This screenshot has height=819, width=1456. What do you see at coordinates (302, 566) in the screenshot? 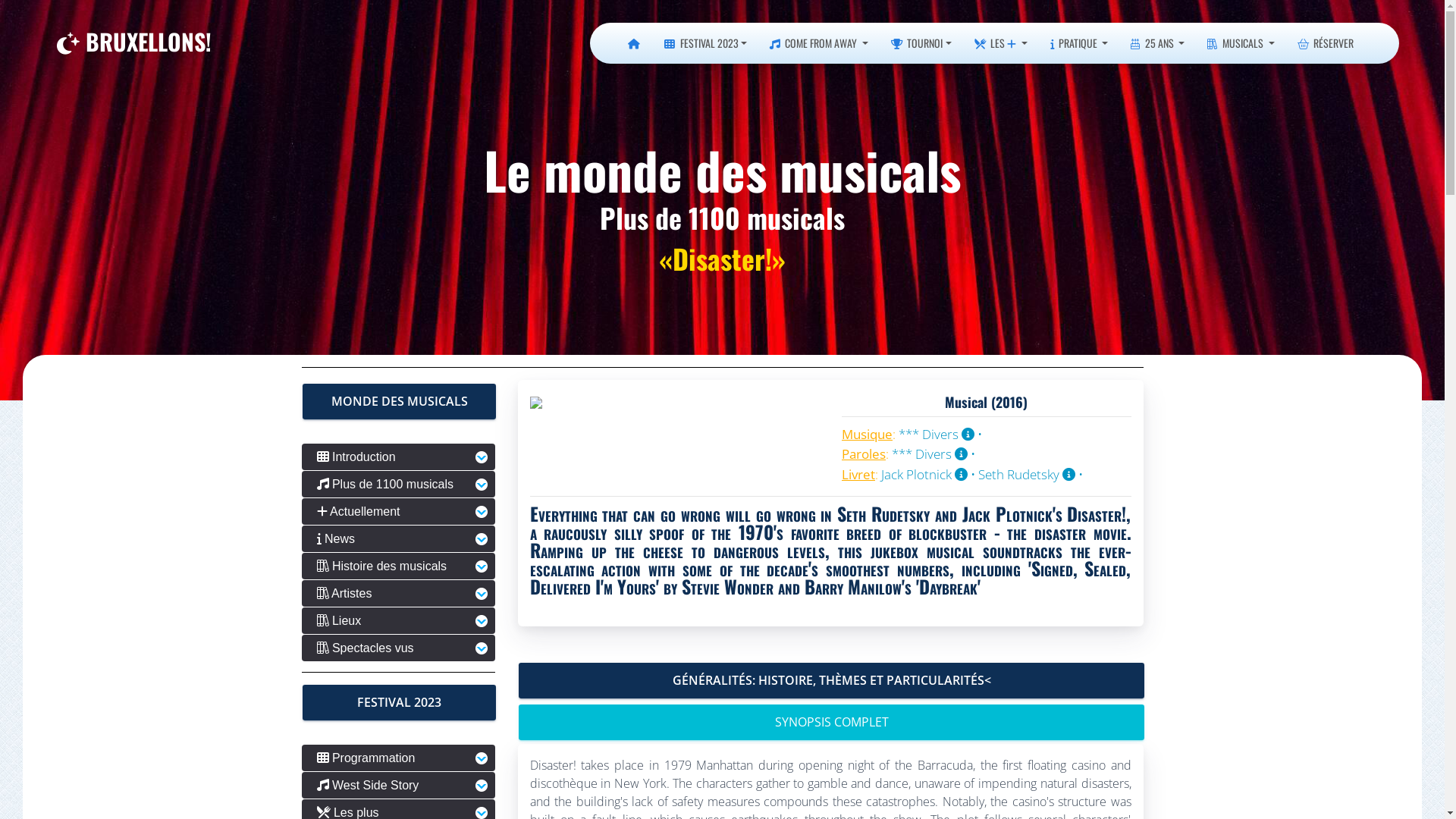
I see `'Histoire des musicals'` at bounding box center [302, 566].